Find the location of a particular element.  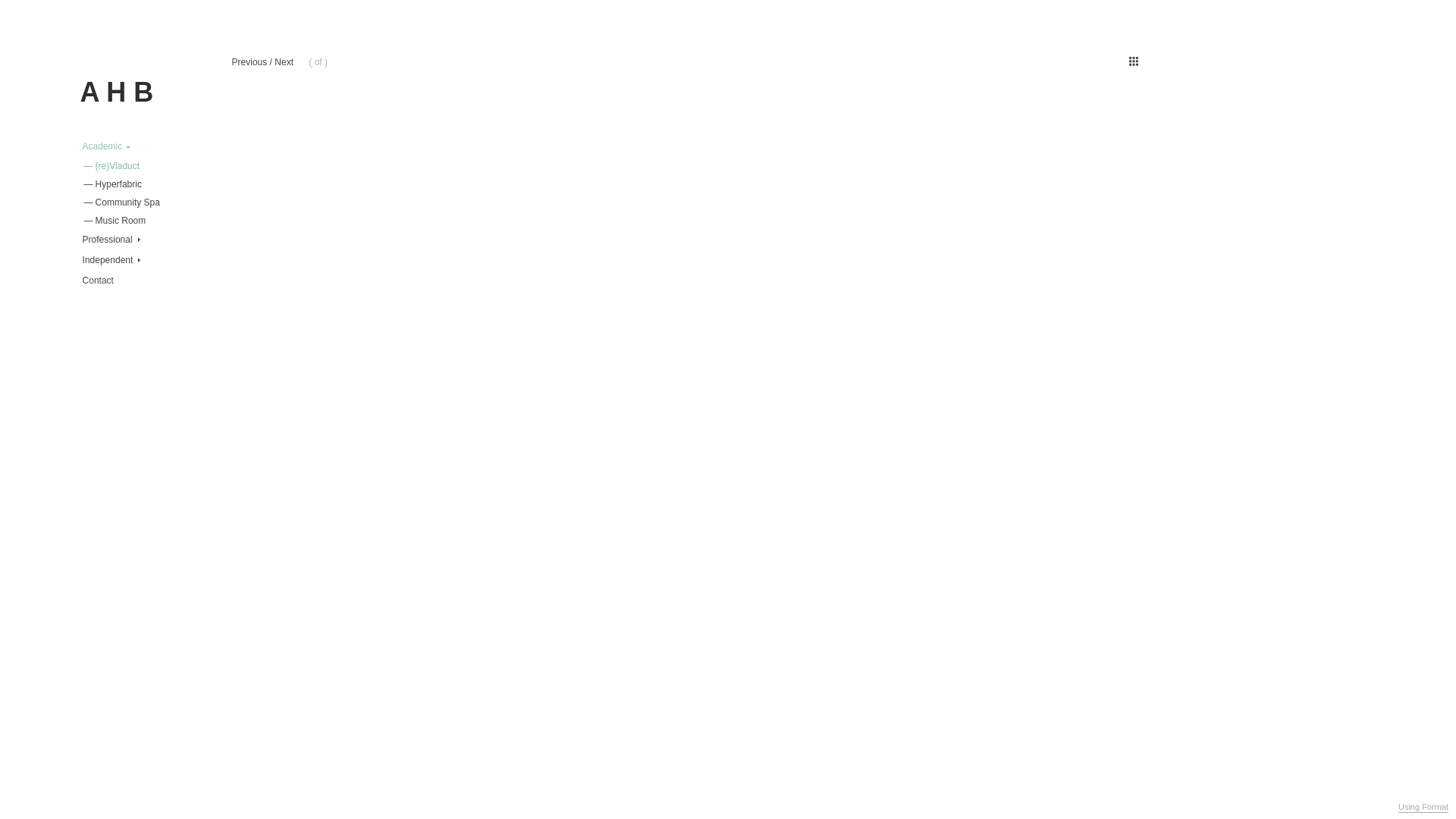

'Next' is located at coordinates (284, 61).